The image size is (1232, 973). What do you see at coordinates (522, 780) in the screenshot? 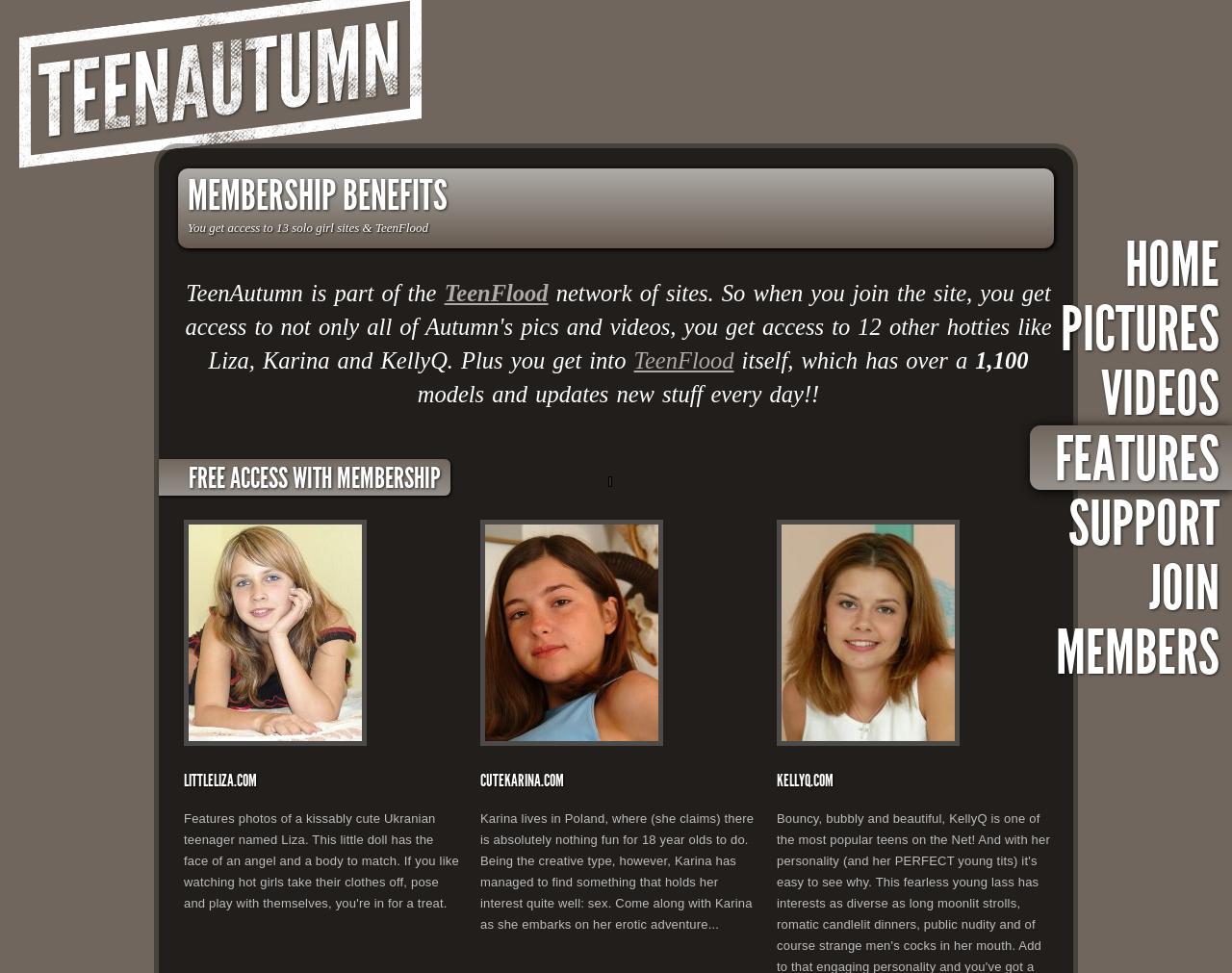
I see `'CuteKarina.com'` at bounding box center [522, 780].